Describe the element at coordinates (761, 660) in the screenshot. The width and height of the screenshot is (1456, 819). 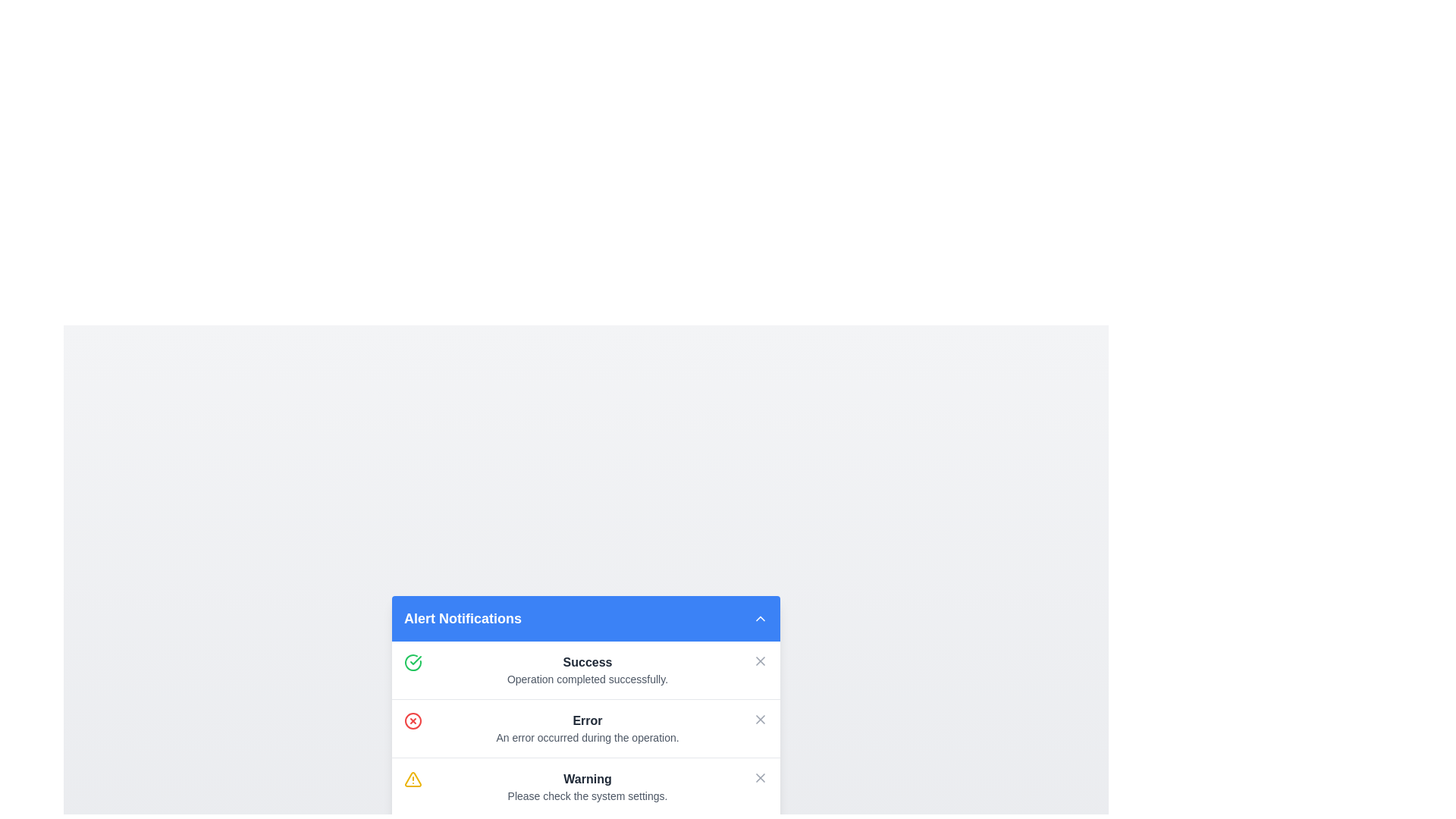
I see `the close button icon, which resembles a gray 'X' and is located at the top-right corner of the 'Success' notification` at that location.